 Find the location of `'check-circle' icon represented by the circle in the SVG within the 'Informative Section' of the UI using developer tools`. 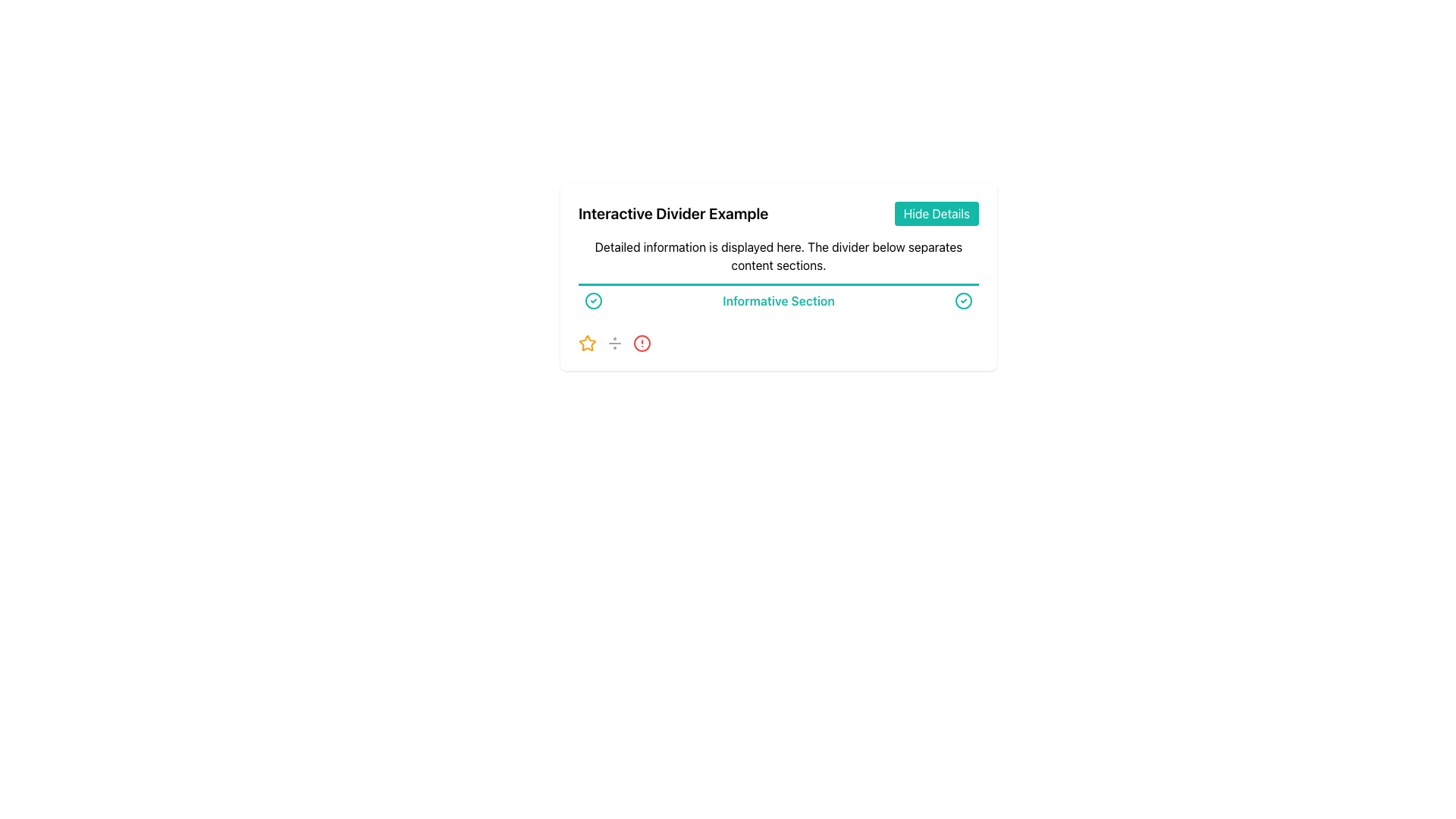

'check-circle' icon represented by the circle in the SVG within the 'Informative Section' of the UI using developer tools is located at coordinates (963, 301).